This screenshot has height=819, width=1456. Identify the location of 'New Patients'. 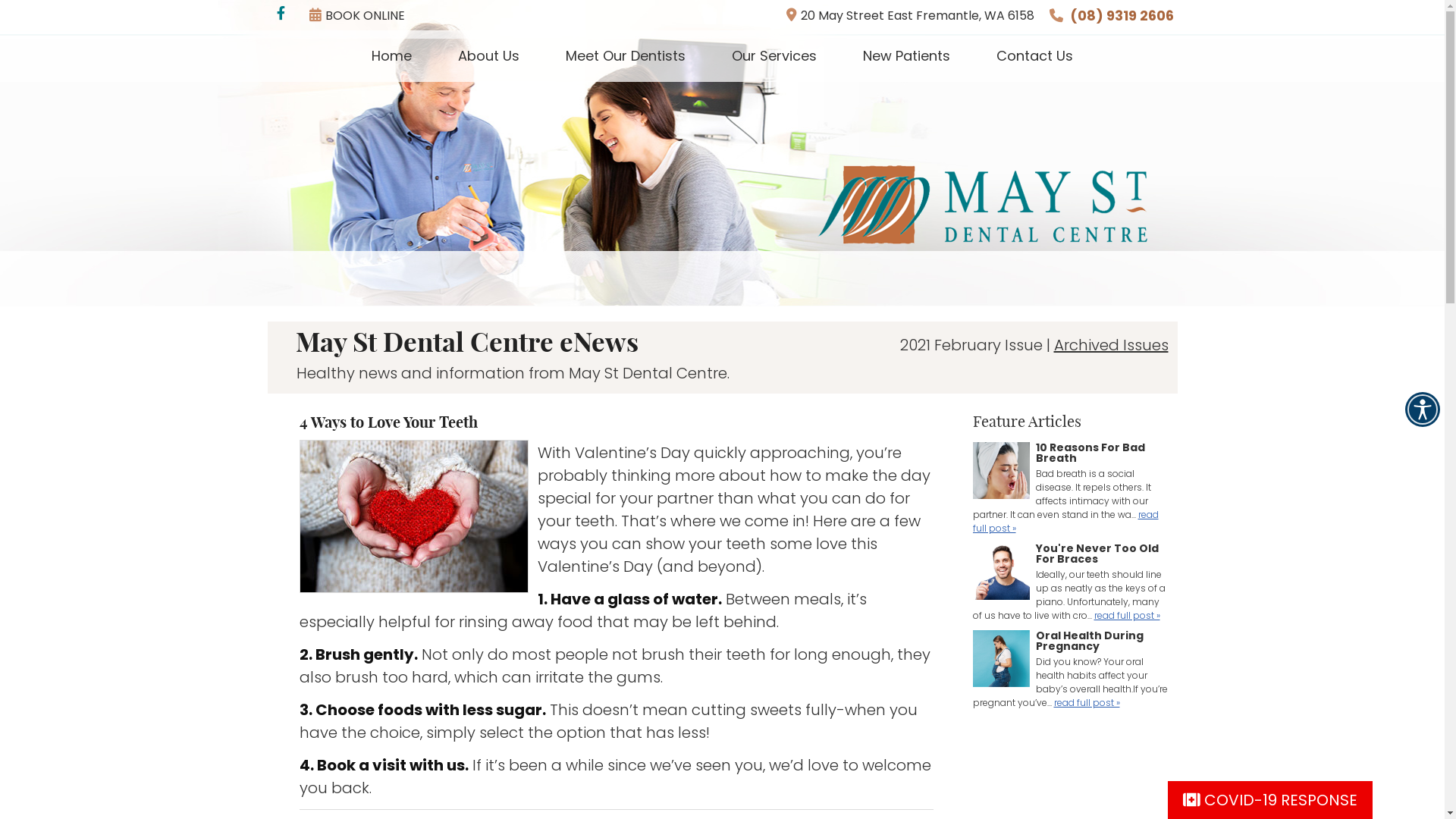
(906, 55).